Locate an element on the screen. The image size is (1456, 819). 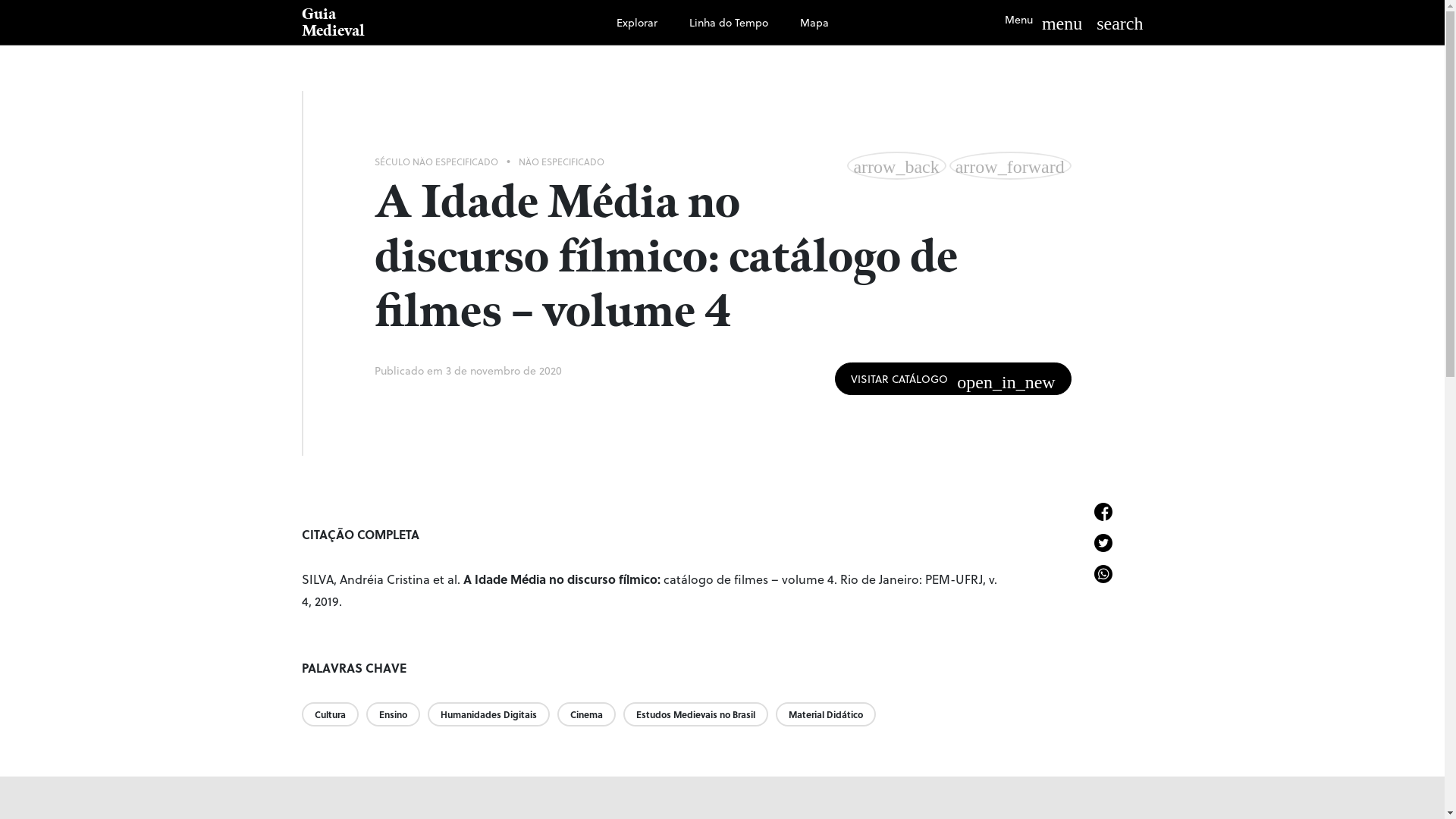
'Ensino' is located at coordinates (396, 713).